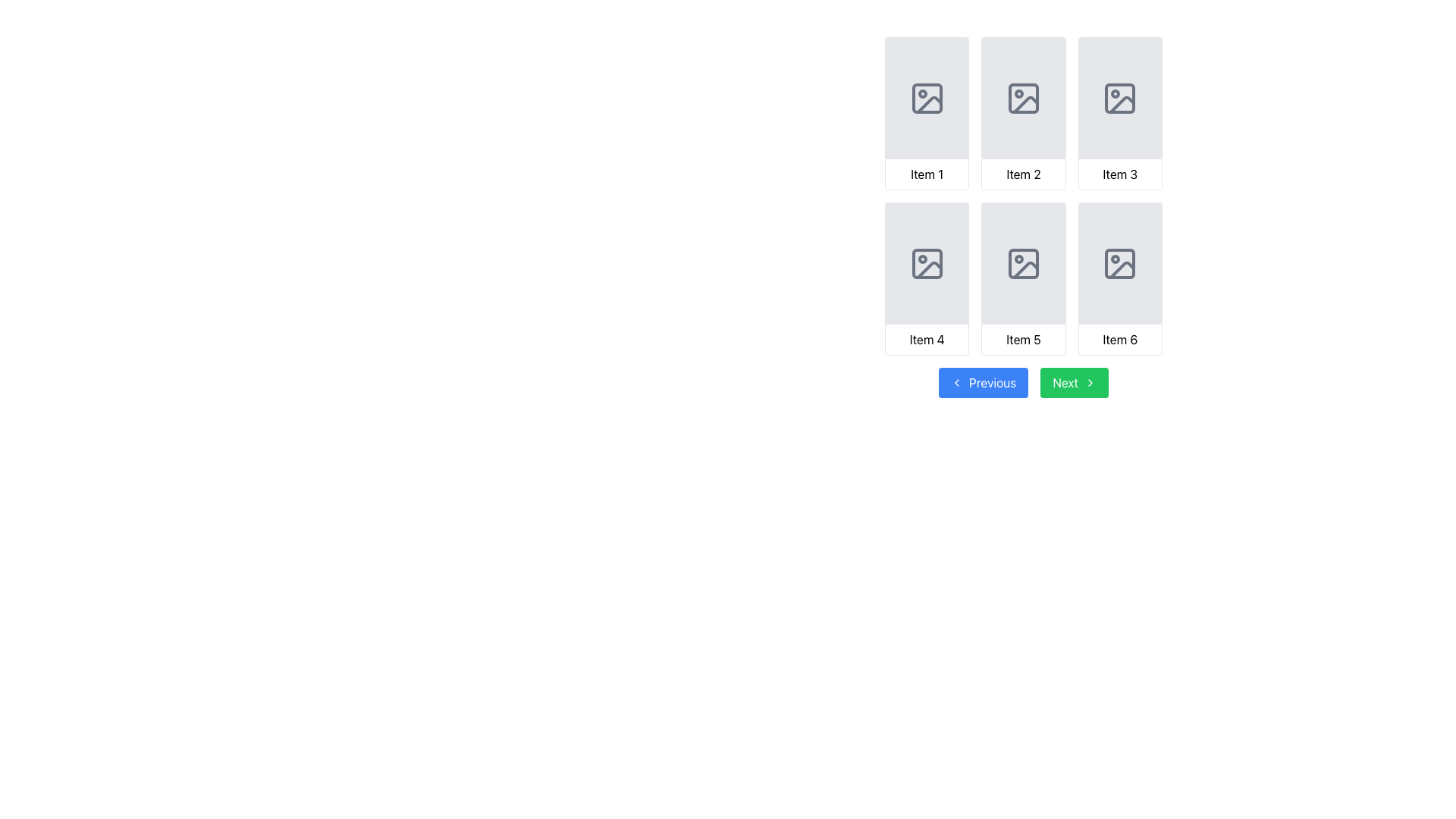 This screenshot has width=1456, height=819. What do you see at coordinates (1023, 262) in the screenshot?
I see `the small rectangular Decorative SVG shape with slightly rounded corners located inside the image icon of the fifth item in a six-item grid` at bounding box center [1023, 262].